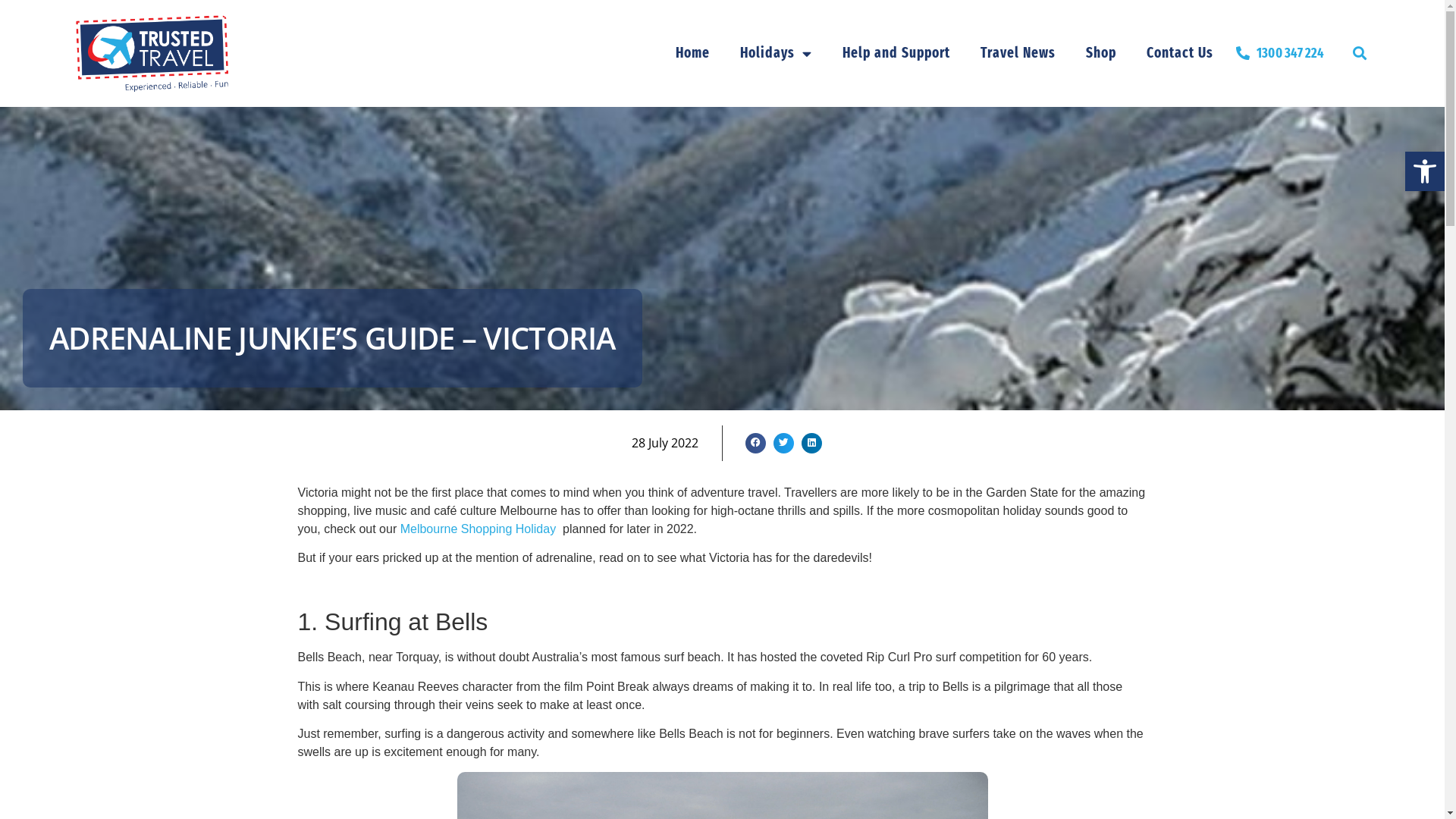 Image resolution: width=1456 pixels, height=819 pixels. Describe the element at coordinates (400, 528) in the screenshot. I see `'Melbourne Shopping Holiday'` at that location.